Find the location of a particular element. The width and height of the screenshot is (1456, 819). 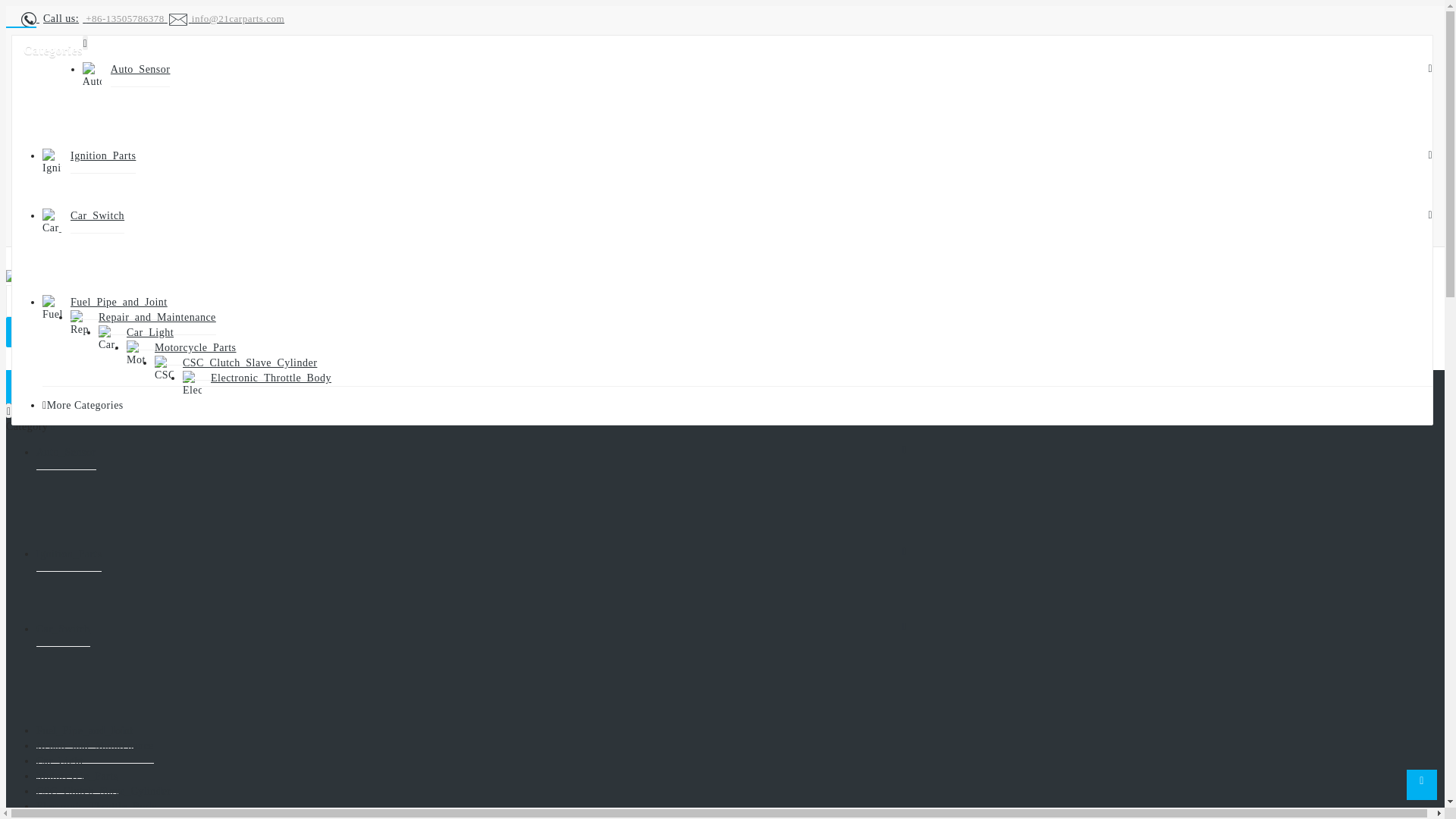

'$ US Dollar' is located at coordinates (113, 142).